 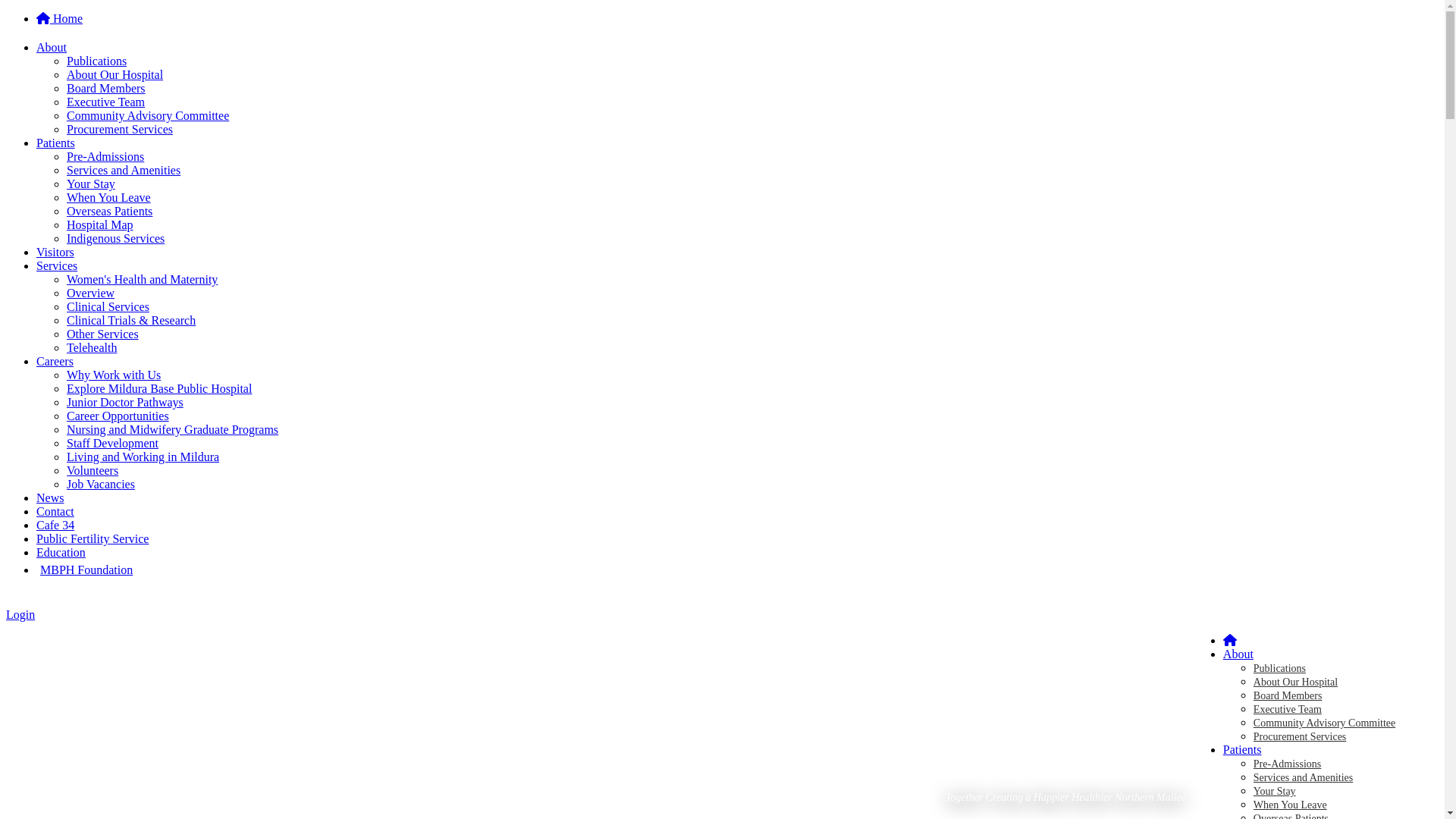 What do you see at coordinates (55, 524) in the screenshot?
I see `'Cafe 34'` at bounding box center [55, 524].